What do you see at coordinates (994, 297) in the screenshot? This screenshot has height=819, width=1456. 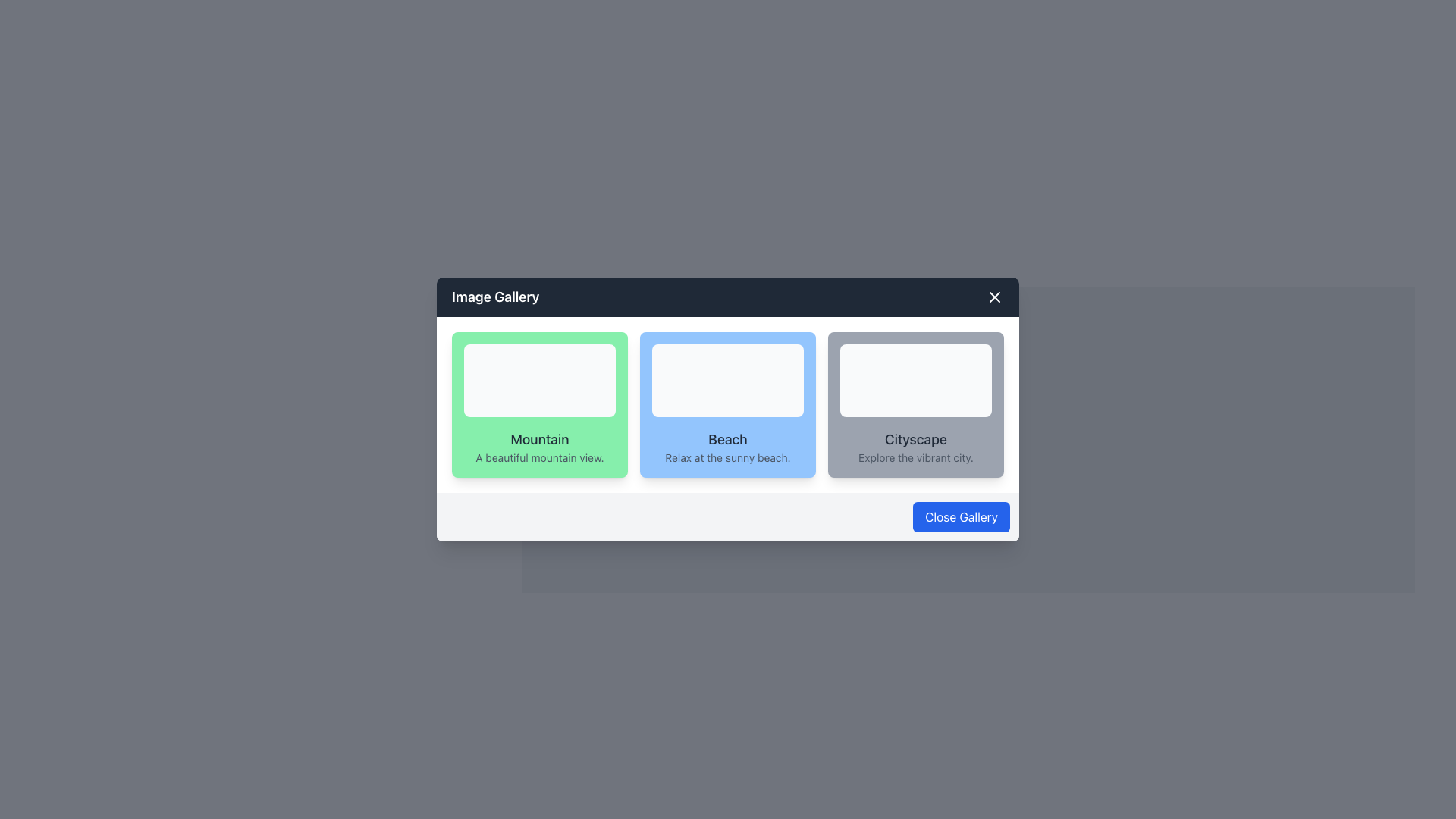 I see `the close button with an 'X' symbol located at the far-right side of the title bar in the modal window to change its color` at bounding box center [994, 297].